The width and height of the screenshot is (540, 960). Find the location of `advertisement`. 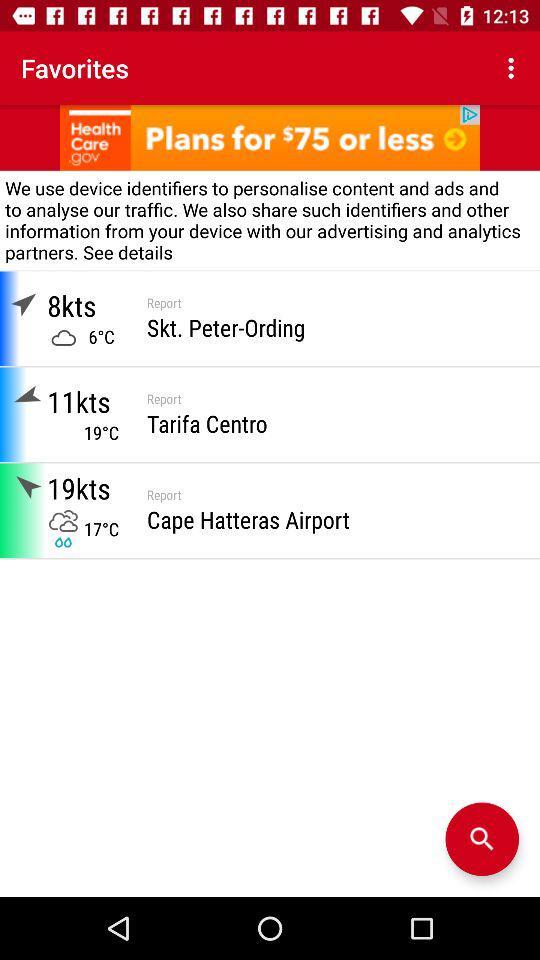

advertisement is located at coordinates (270, 136).